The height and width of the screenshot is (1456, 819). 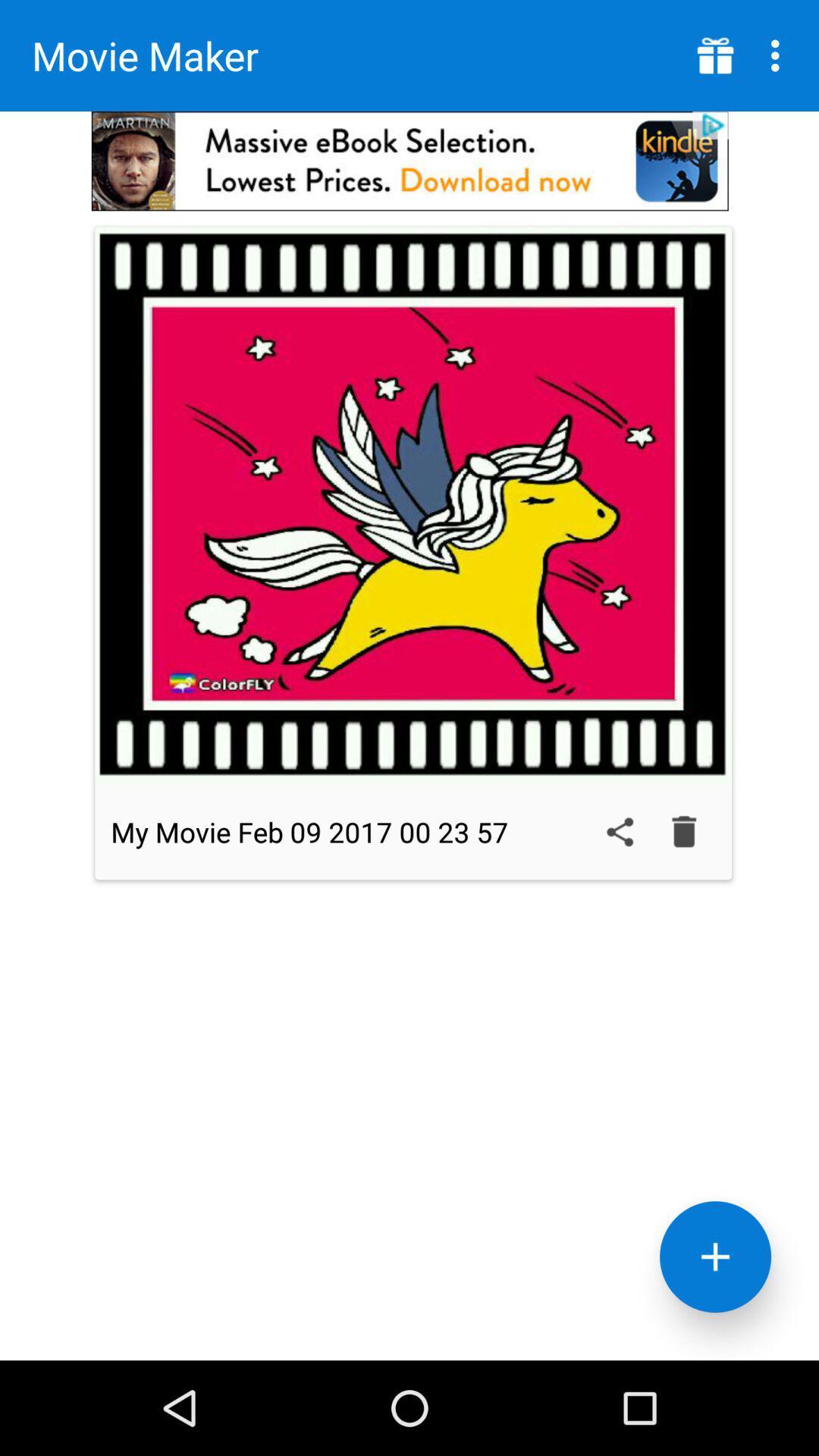 What do you see at coordinates (684, 831) in the screenshot?
I see `trash image` at bounding box center [684, 831].